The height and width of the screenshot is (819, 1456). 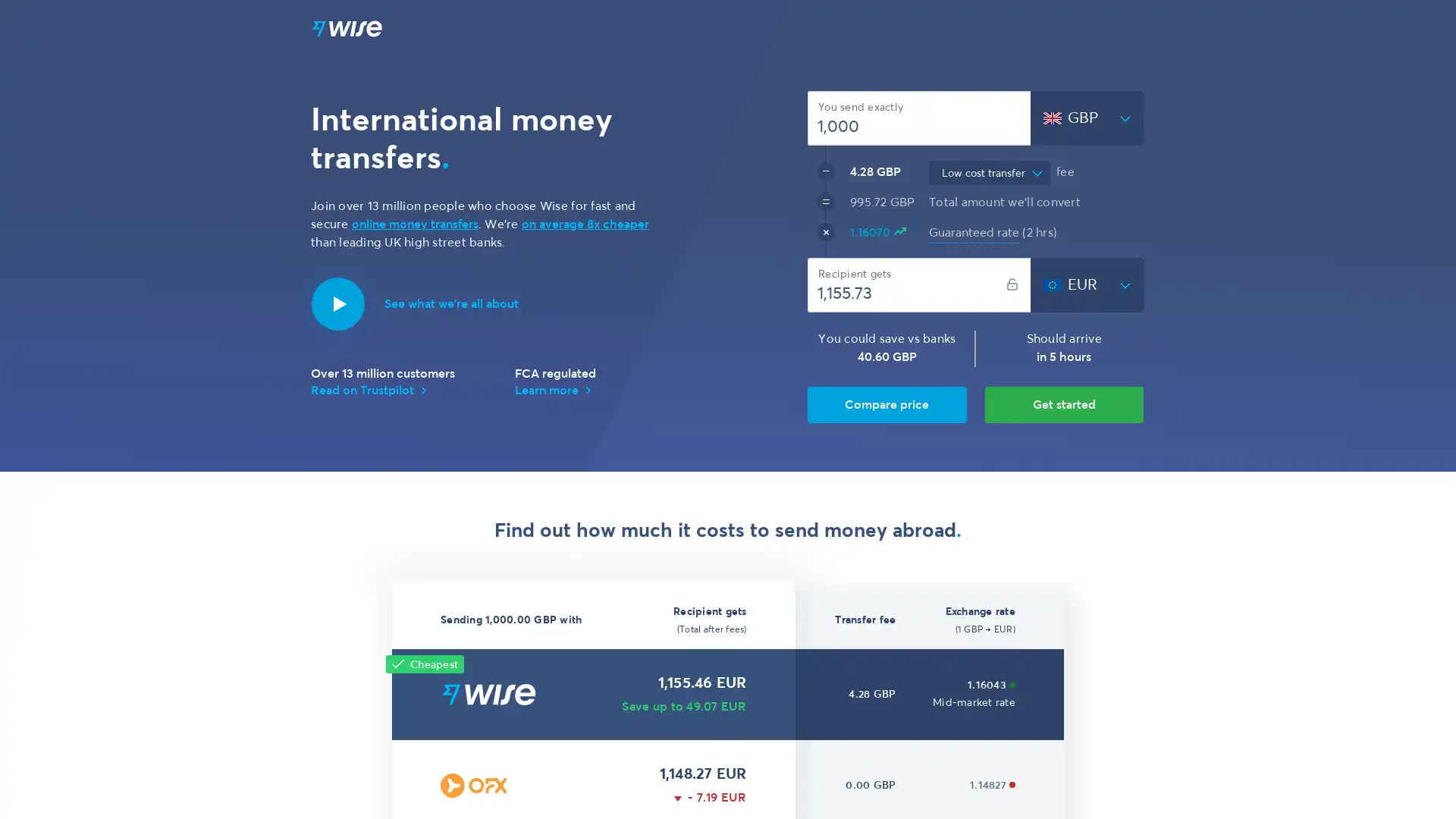 What do you see at coordinates (974, 233) in the screenshot?
I see `Guaranteed rate` at bounding box center [974, 233].